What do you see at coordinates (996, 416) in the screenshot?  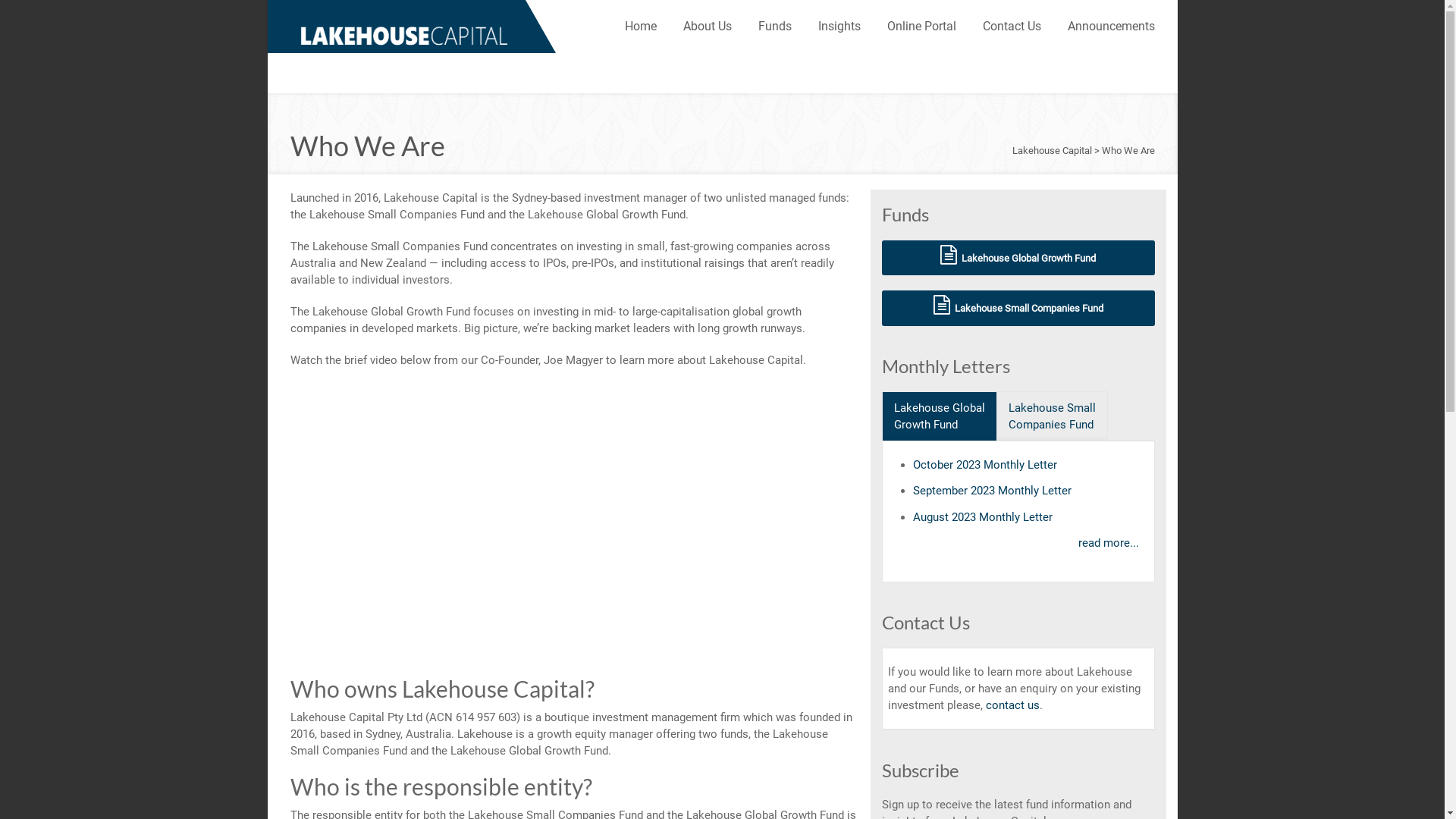 I see `'Lakehouse Small` at bounding box center [996, 416].